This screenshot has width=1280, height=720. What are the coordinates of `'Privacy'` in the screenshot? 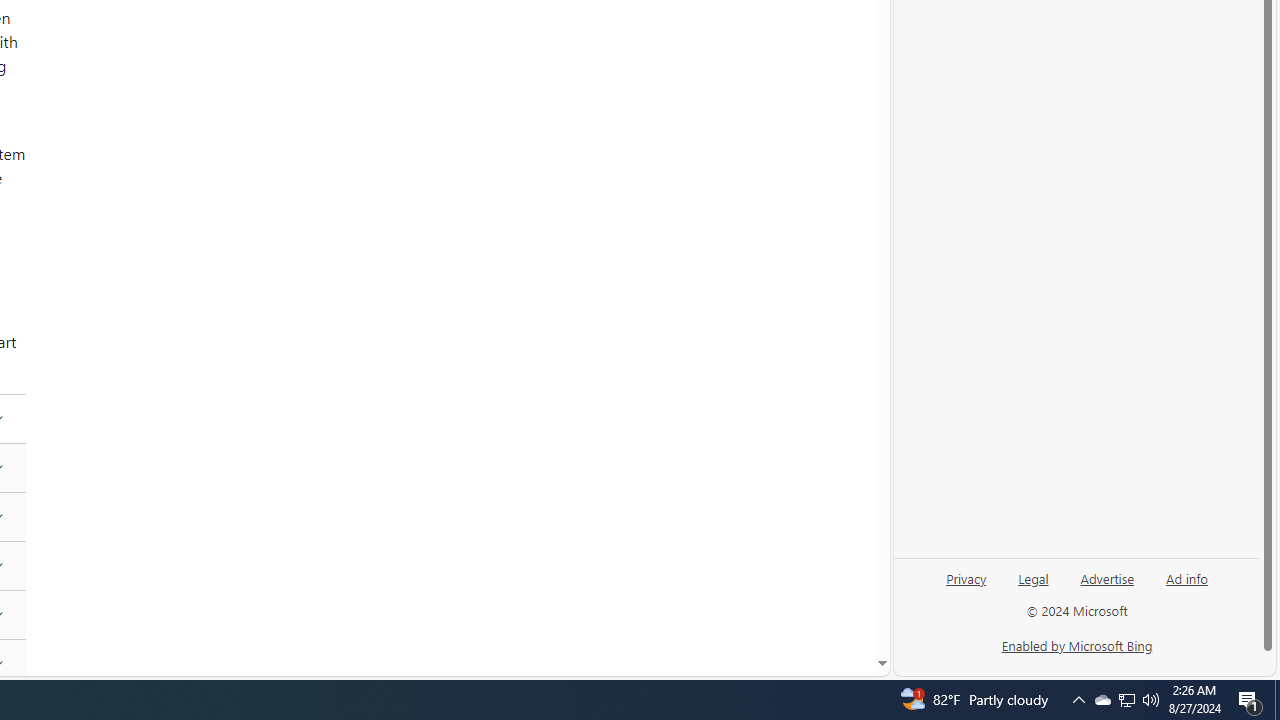 It's located at (966, 577).